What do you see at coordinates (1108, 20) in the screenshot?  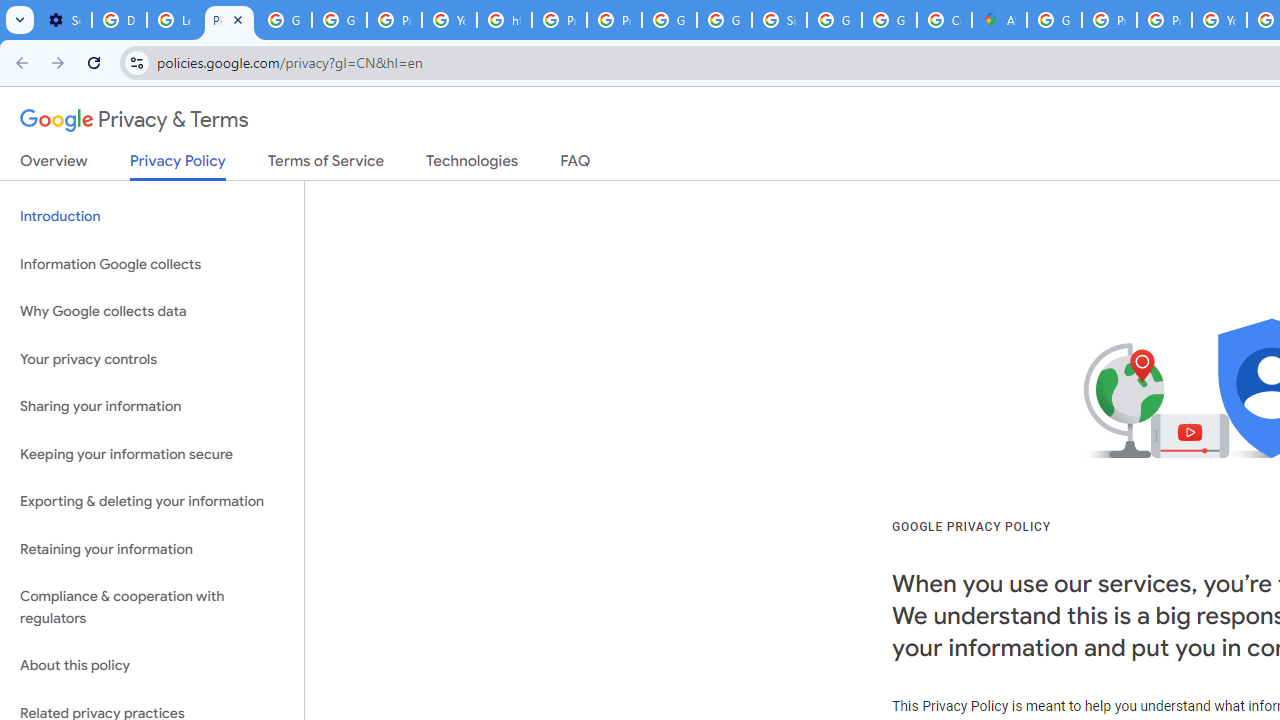 I see `'Privacy Help Center - Policies Help'` at bounding box center [1108, 20].